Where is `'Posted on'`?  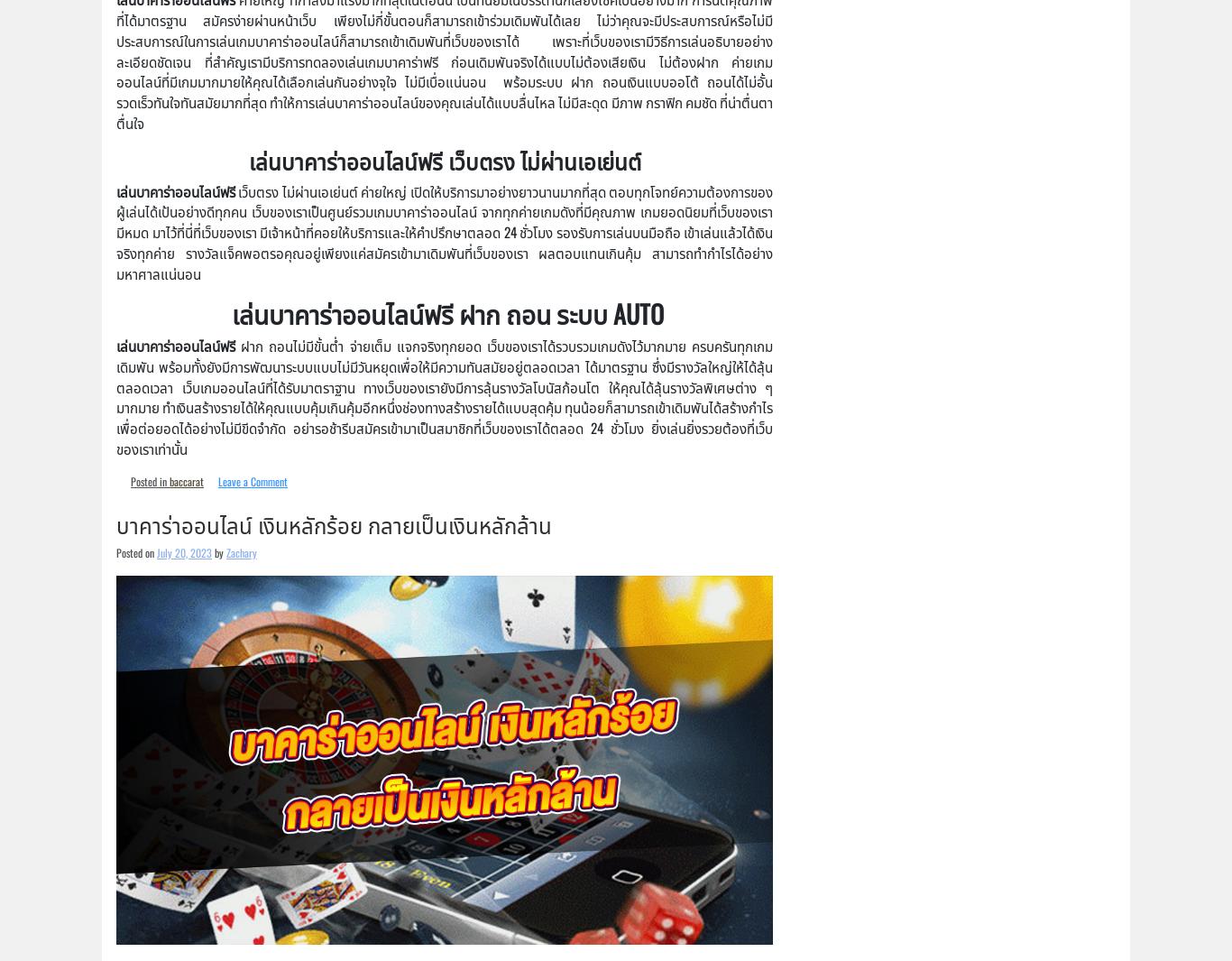
'Posted on' is located at coordinates (115, 551).